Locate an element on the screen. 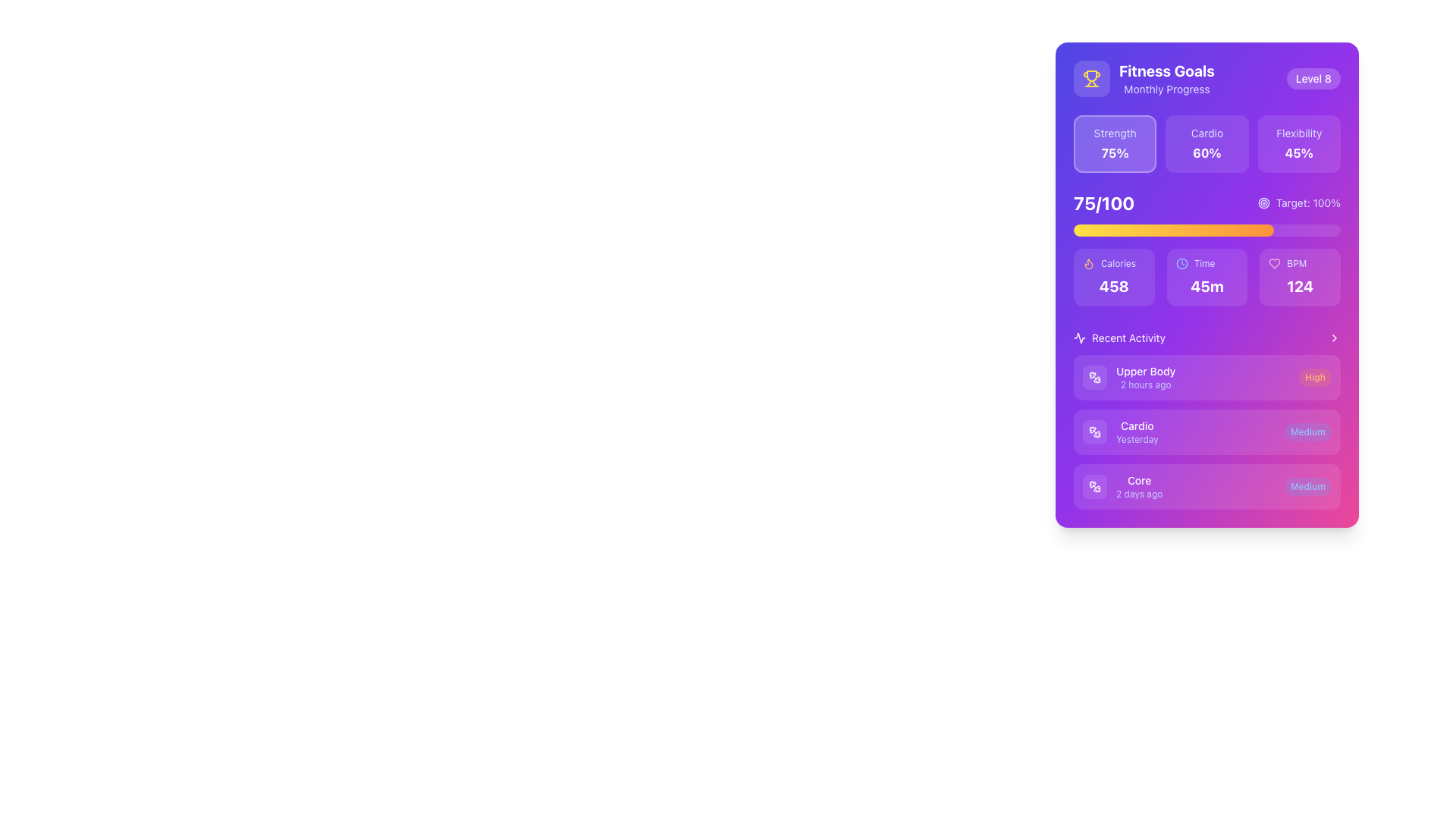 The height and width of the screenshot is (819, 1456). the small icon representing activity or movement, which is located next to the label 'Recent Activity' in the recent activity section of the interface is located at coordinates (1079, 337).